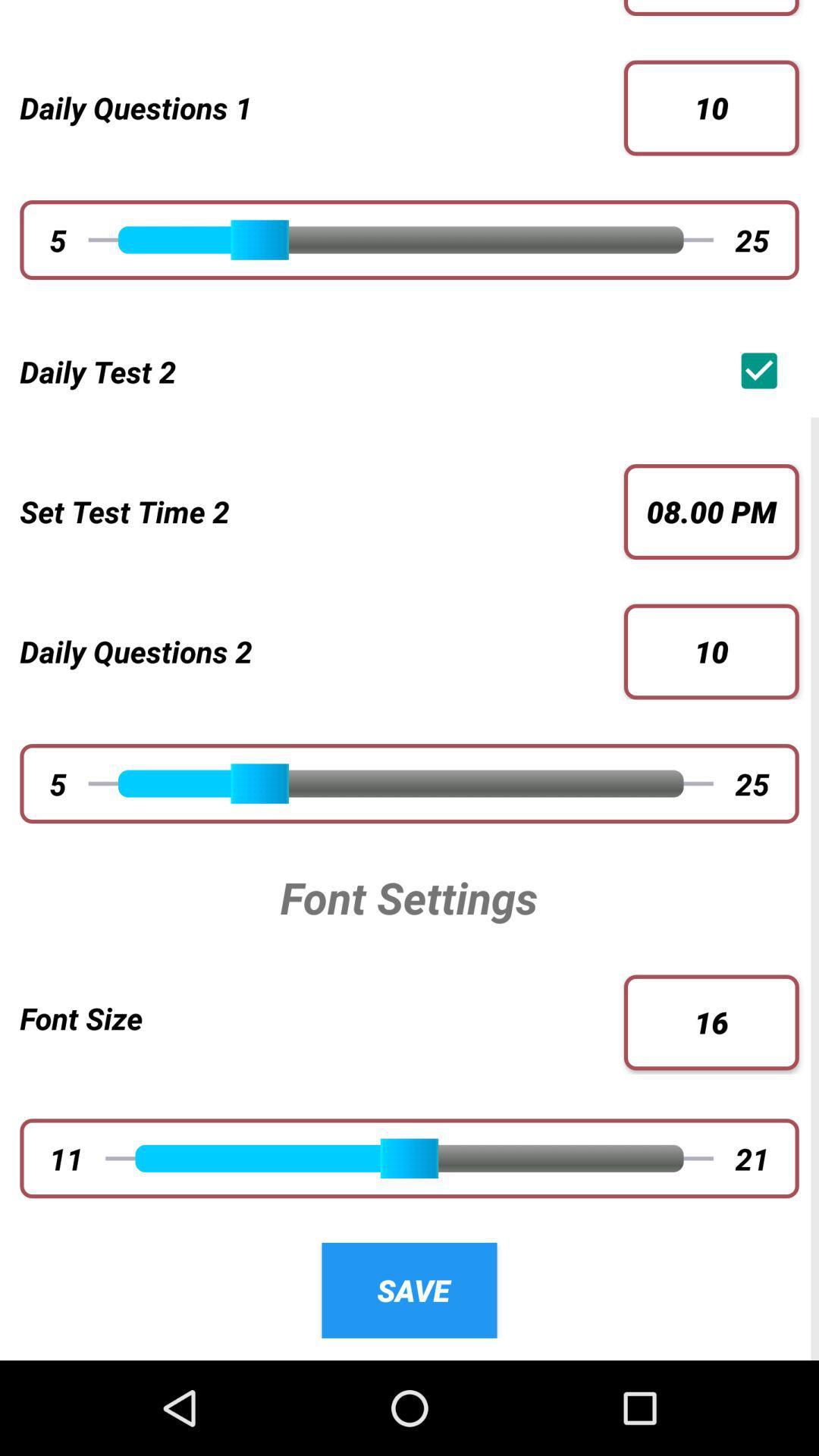  I want to click on the item next to the 16 icon, so click(321, 1018).